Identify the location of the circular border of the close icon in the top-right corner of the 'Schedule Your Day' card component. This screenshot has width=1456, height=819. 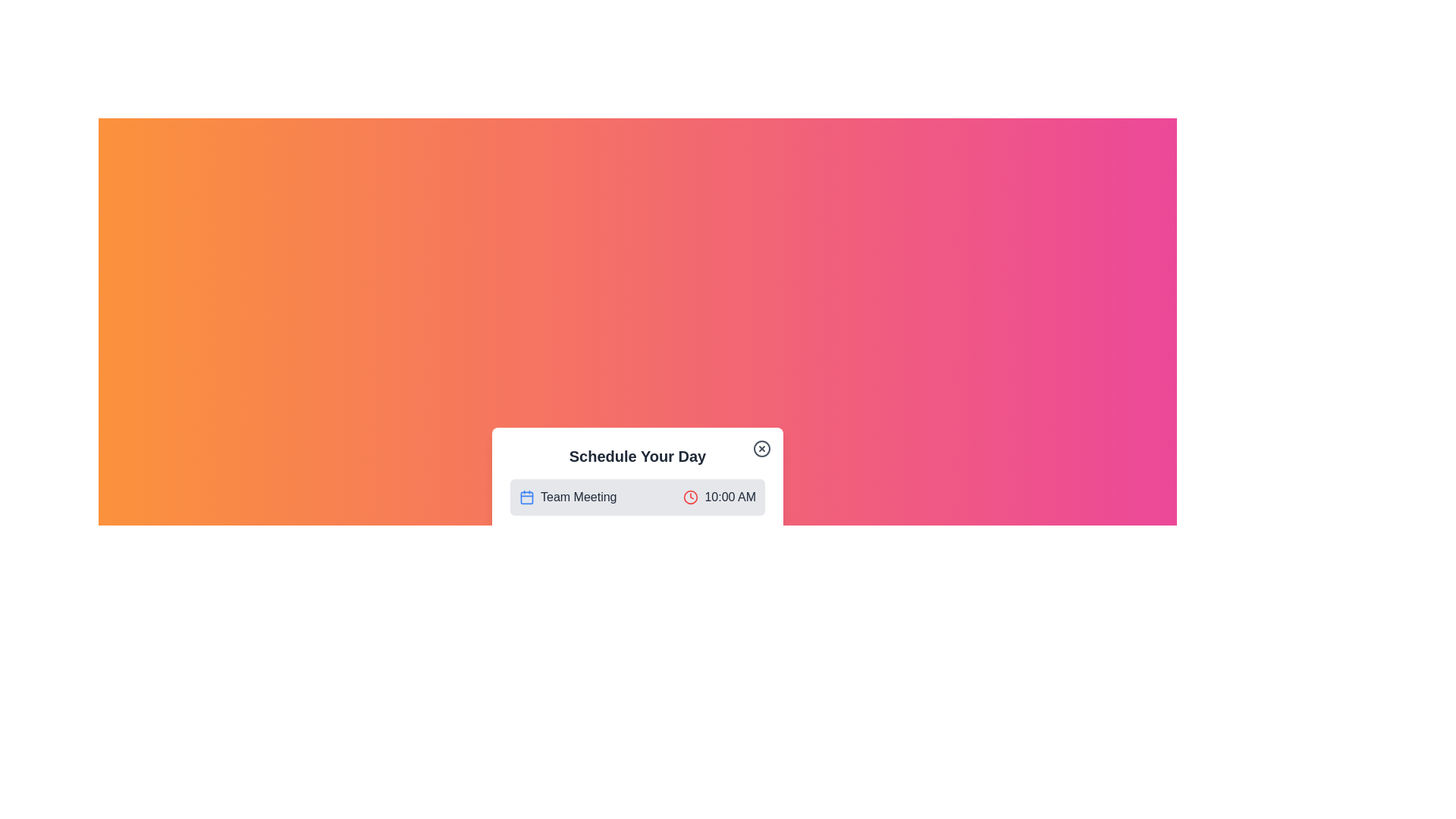
(761, 447).